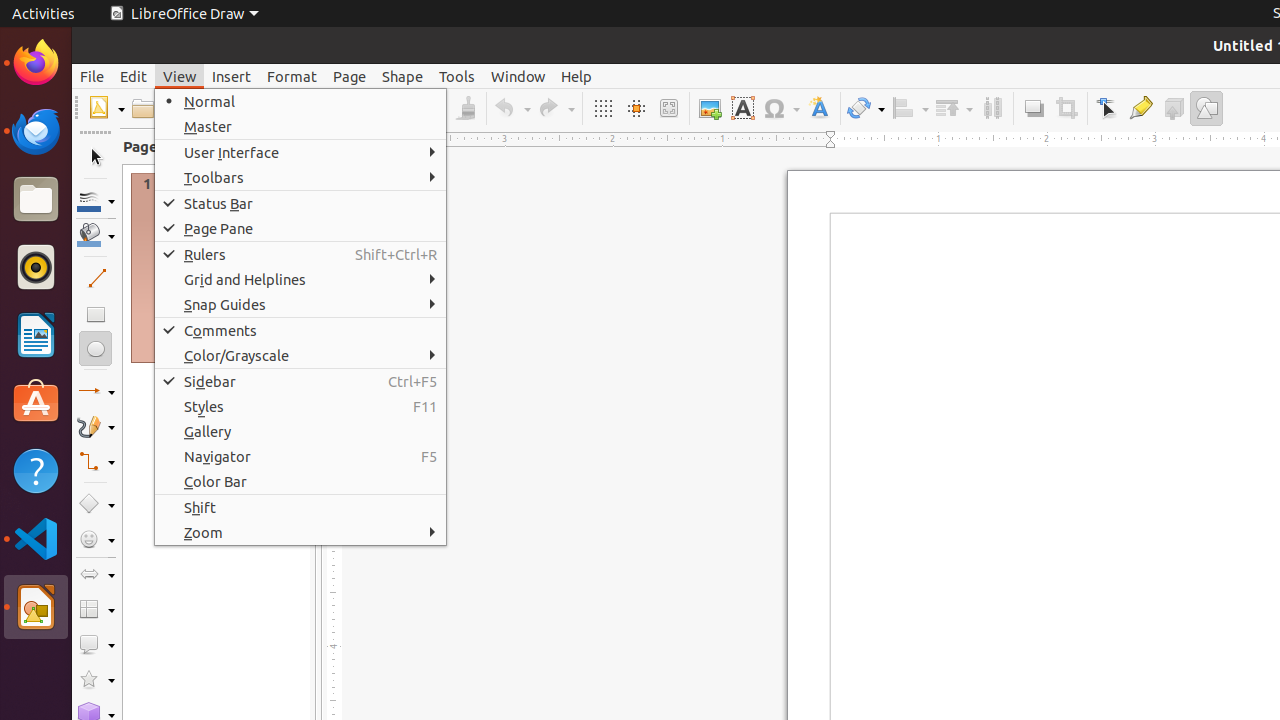  I want to click on 'View', so click(179, 75).